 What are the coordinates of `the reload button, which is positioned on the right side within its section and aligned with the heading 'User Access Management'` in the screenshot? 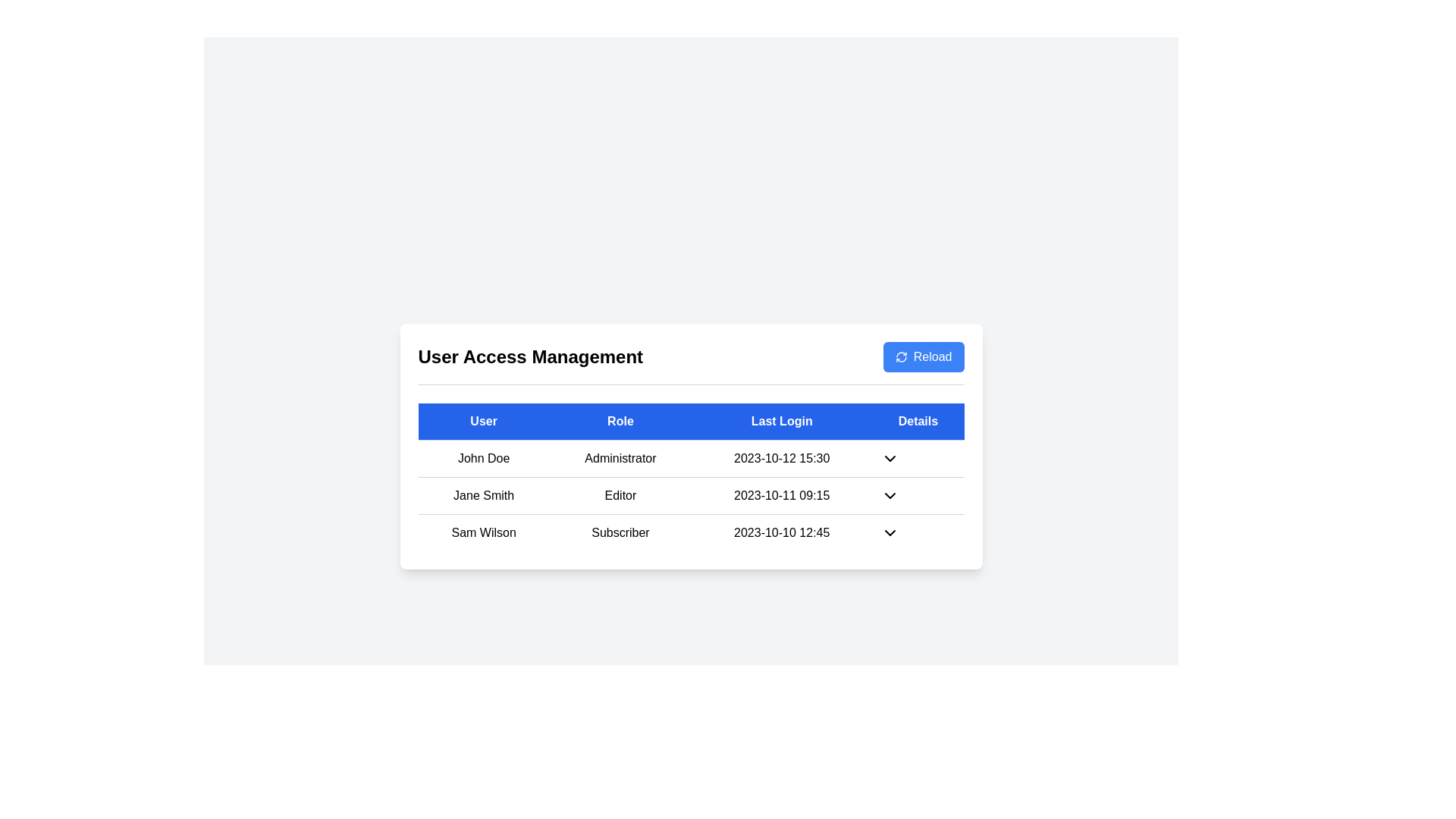 It's located at (923, 356).